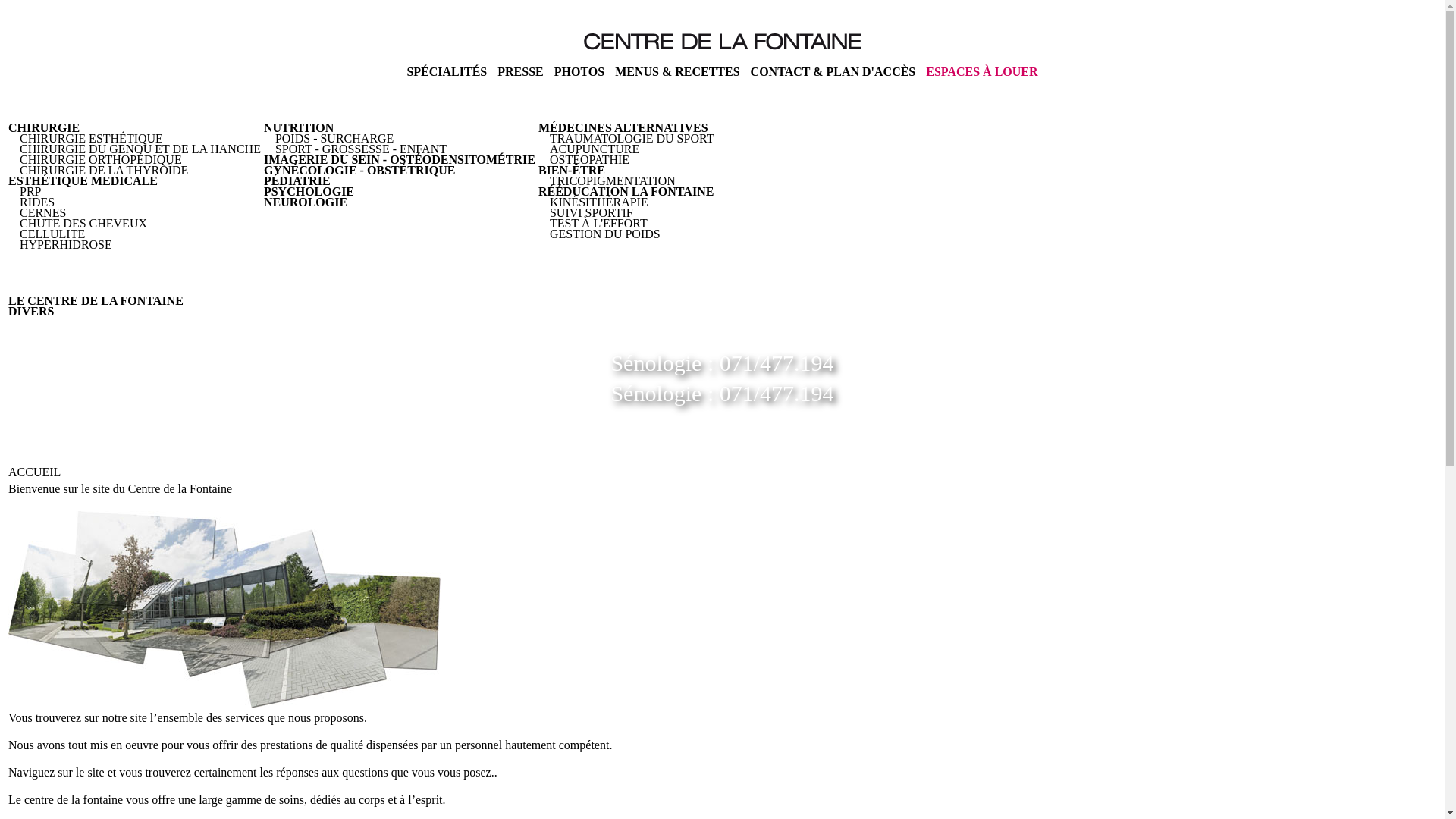  Describe the element at coordinates (30, 190) in the screenshot. I see `'PRP'` at that location.